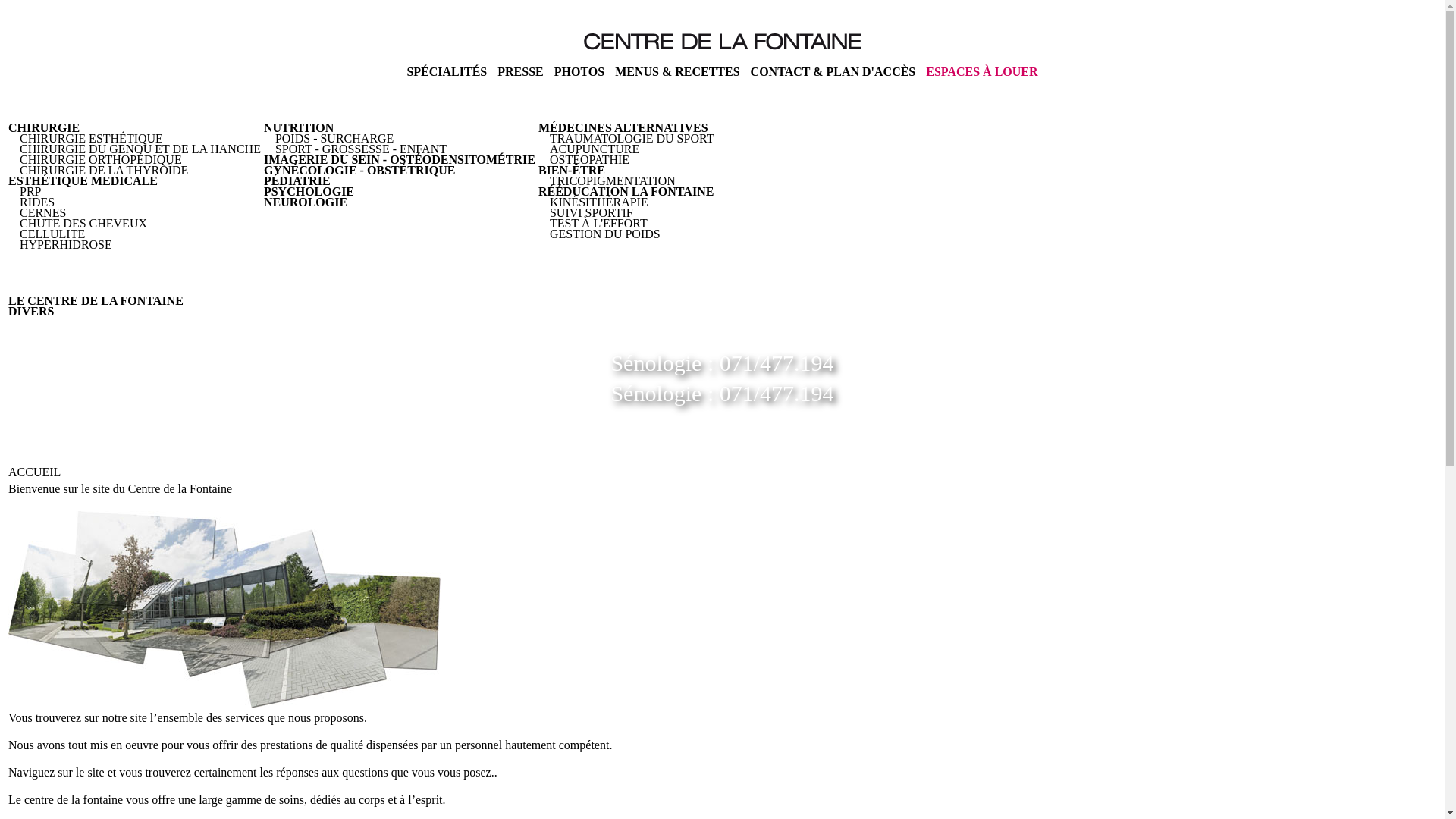  Describe the element at coordinates (30, 190) in the screenshot. I see `'PRP'` at that location.